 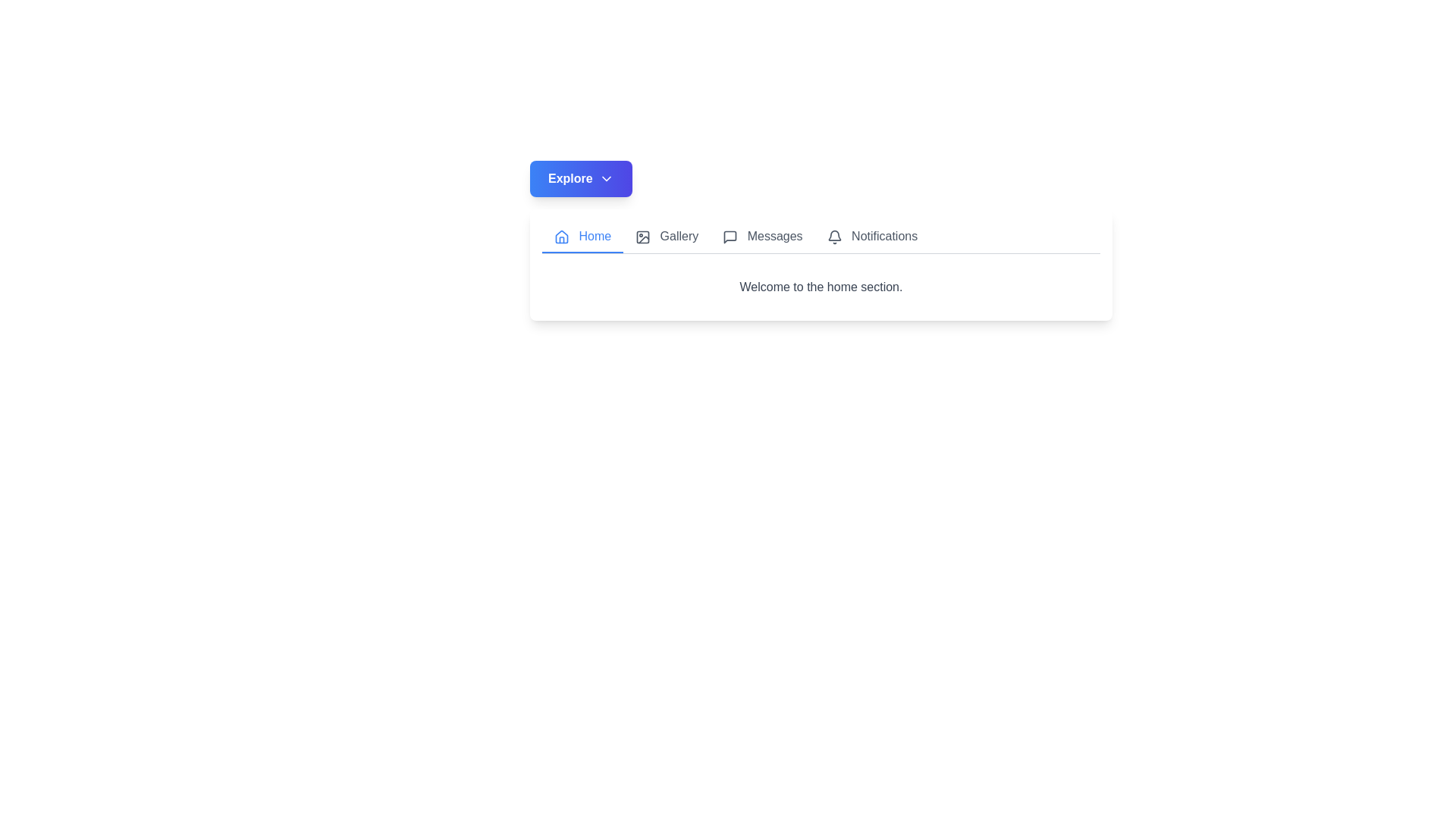 I want to click on the 'Messages' icon located in the center of the navigation bar, which features a speech bubble graphic and is positioned to the left of the text 'Messages', so click(x=730, y=237).